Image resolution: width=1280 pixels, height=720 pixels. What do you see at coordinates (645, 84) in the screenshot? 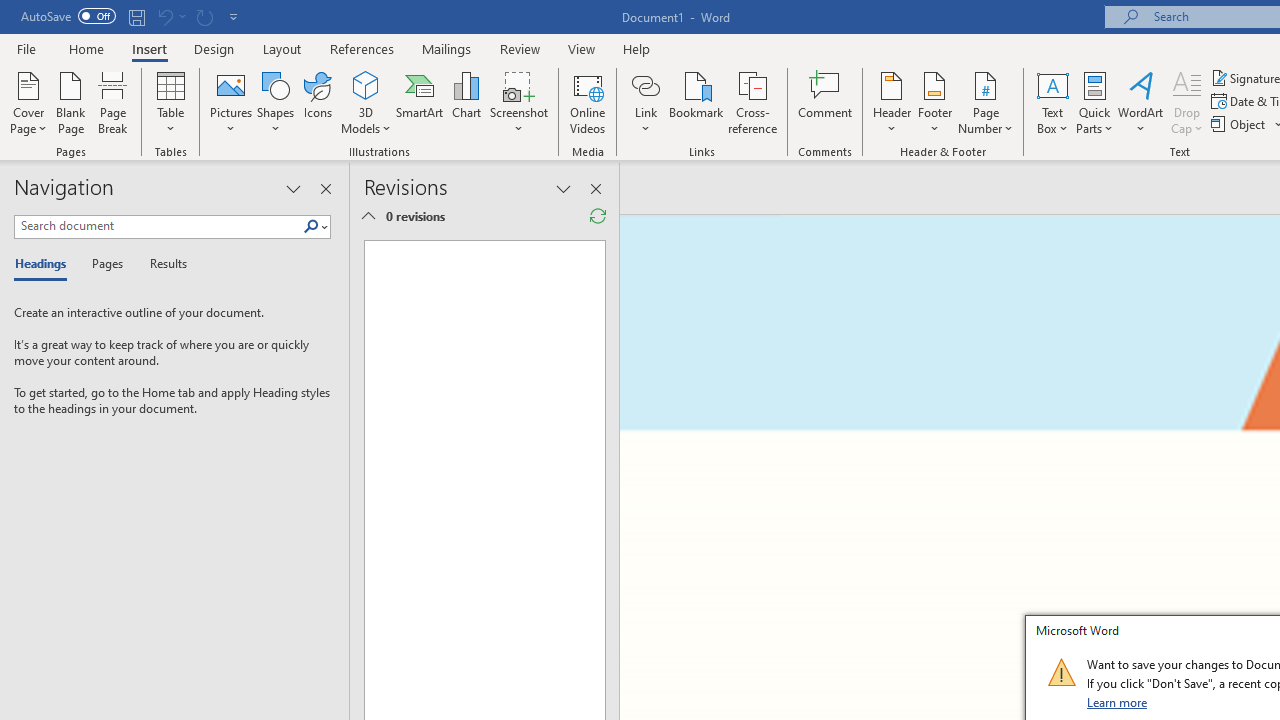
I see `'Link'` at bounding box center [645, 84].